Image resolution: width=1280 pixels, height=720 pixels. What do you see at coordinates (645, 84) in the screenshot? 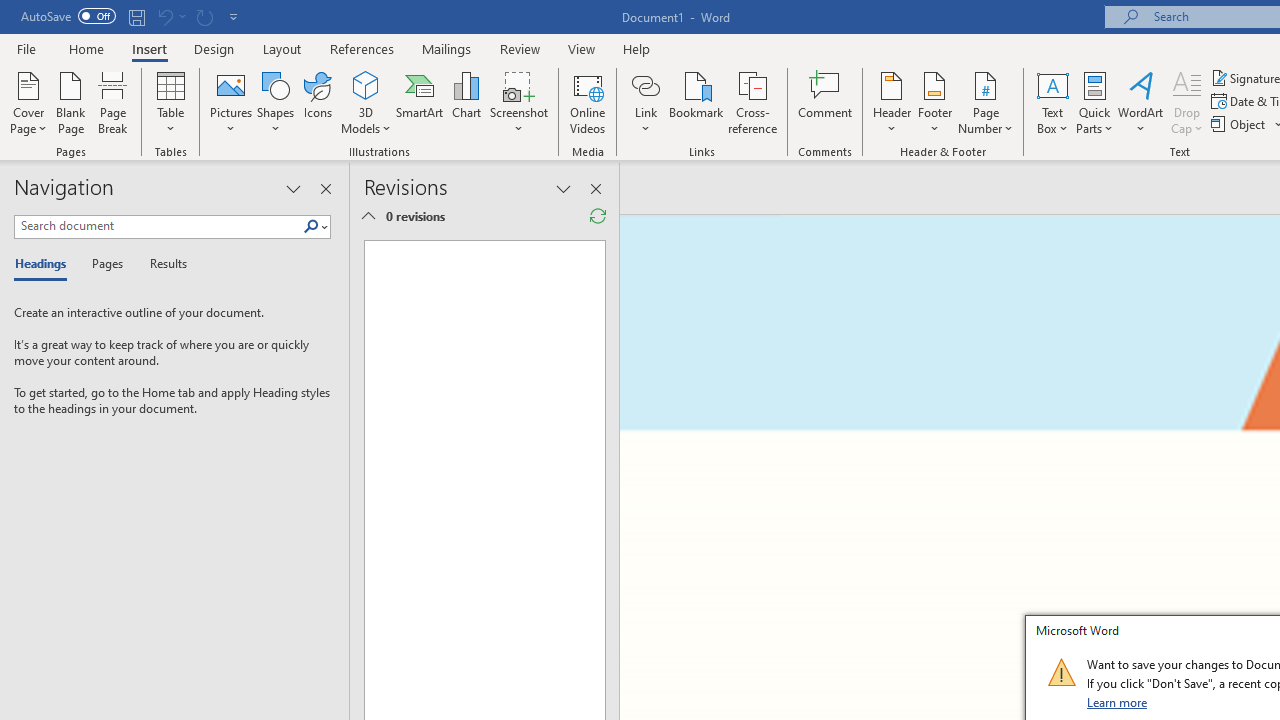
I see `'Link'` at bounding box center [645, 84].